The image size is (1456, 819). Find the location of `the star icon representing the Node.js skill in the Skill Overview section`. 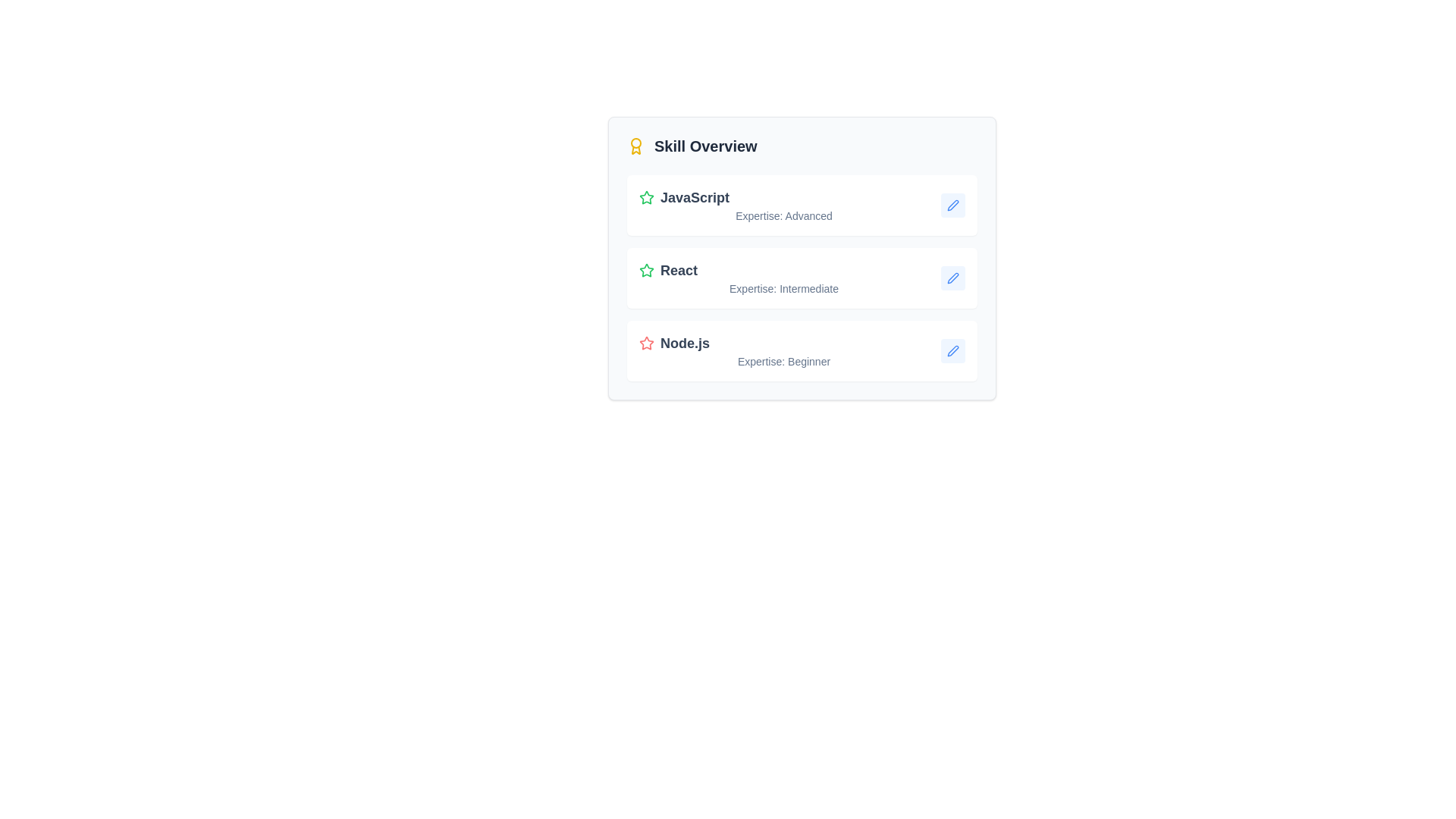

the star icon representing the Node.js skill in the Skill Overview section is located at coordinates (647, 343).